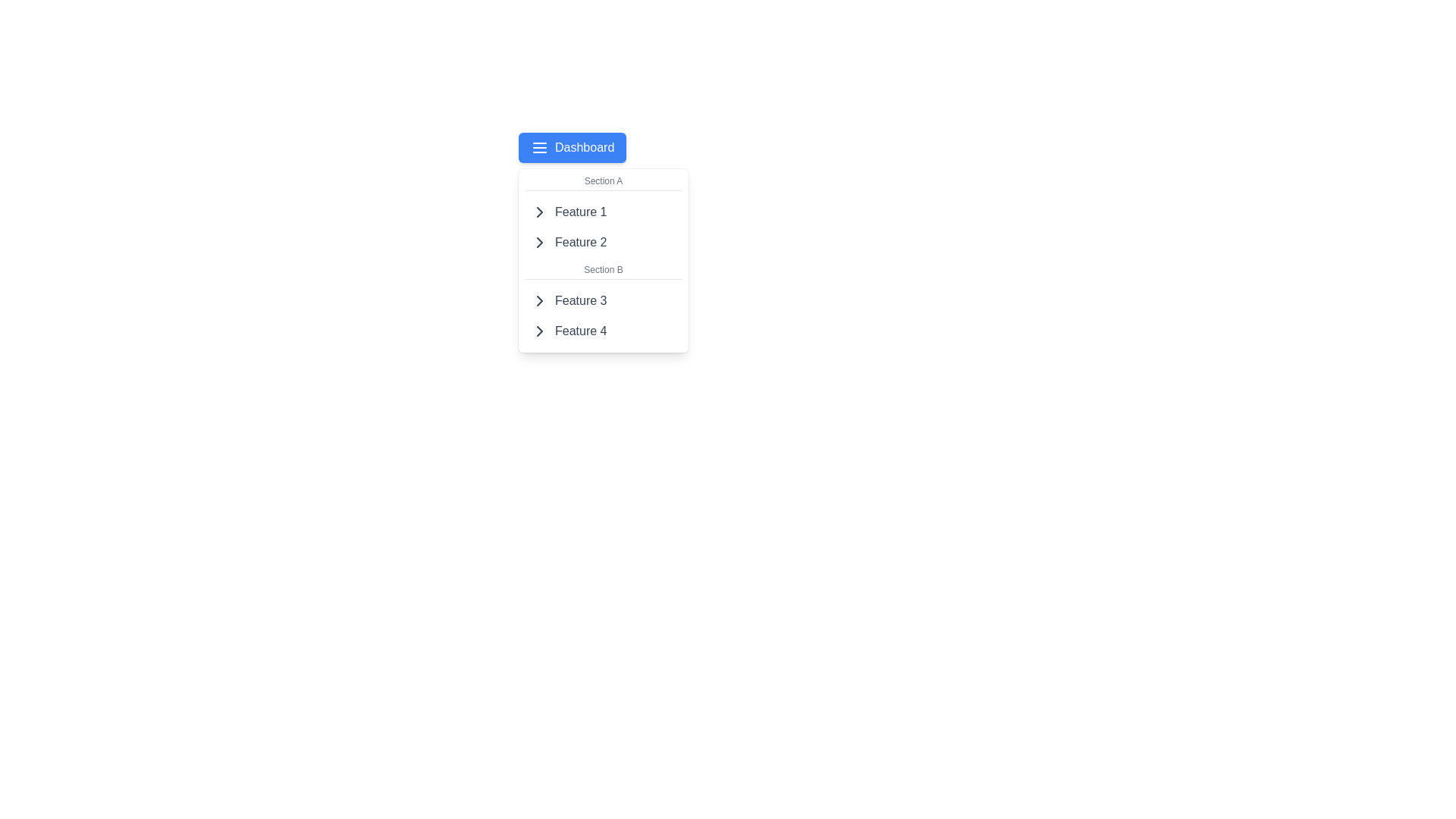  I want to click on the rightward-facing chevron icon associated with 'Feature 2', so click(539, 242).